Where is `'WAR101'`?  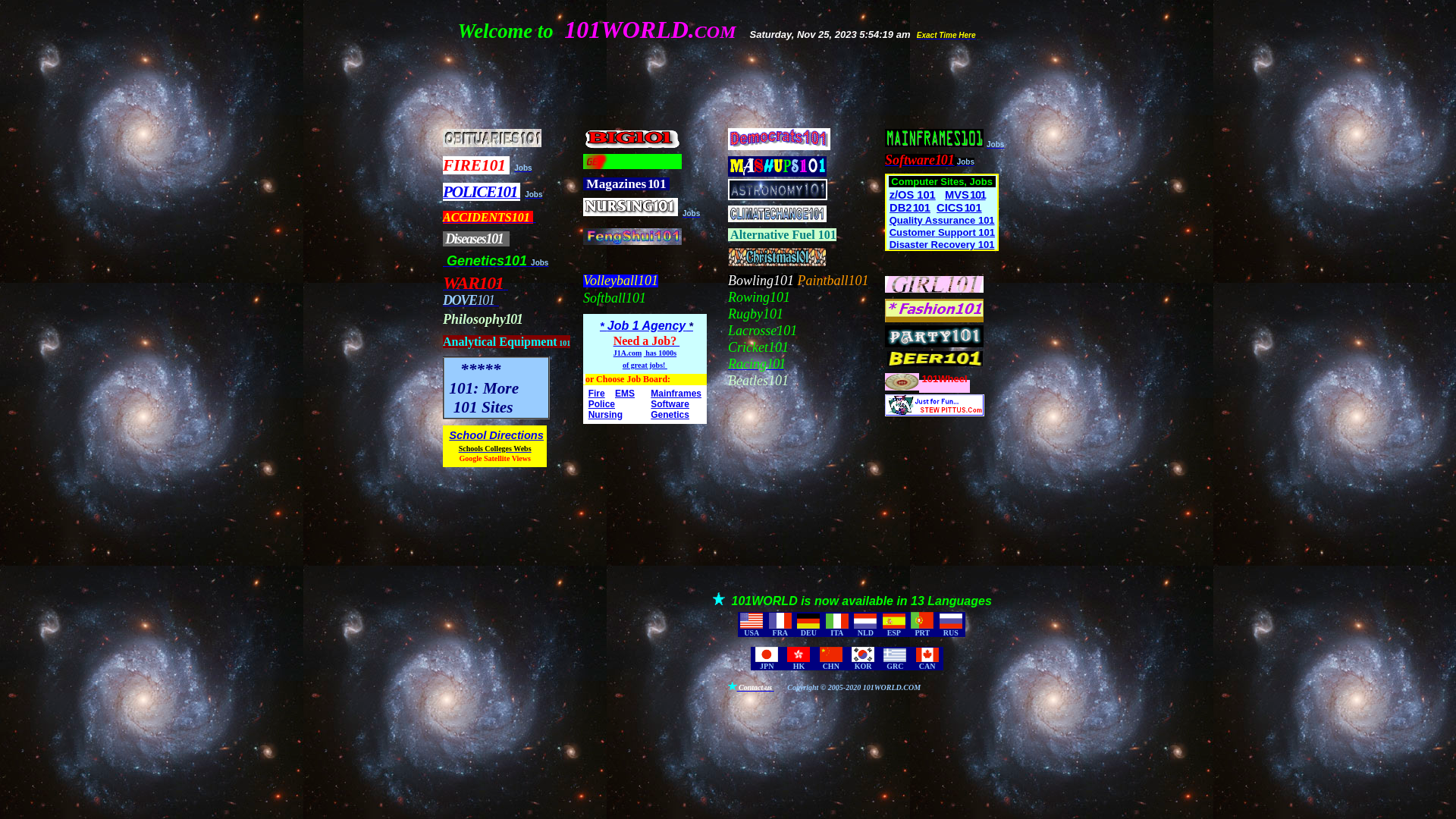 'WAR101' is located at coordinates (472, 284).